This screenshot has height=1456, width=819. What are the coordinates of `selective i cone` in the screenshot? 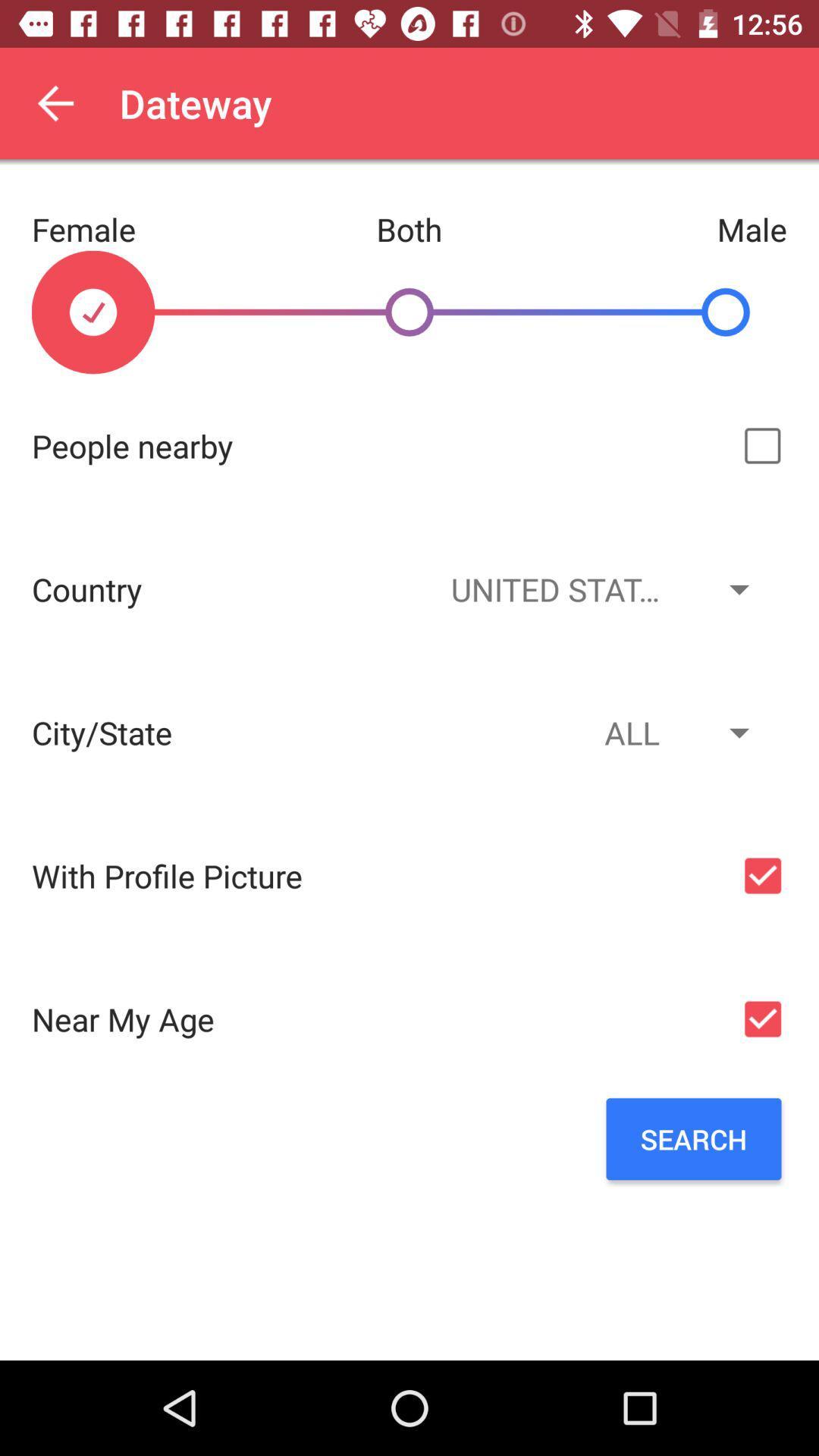 It's located at (762, 445).